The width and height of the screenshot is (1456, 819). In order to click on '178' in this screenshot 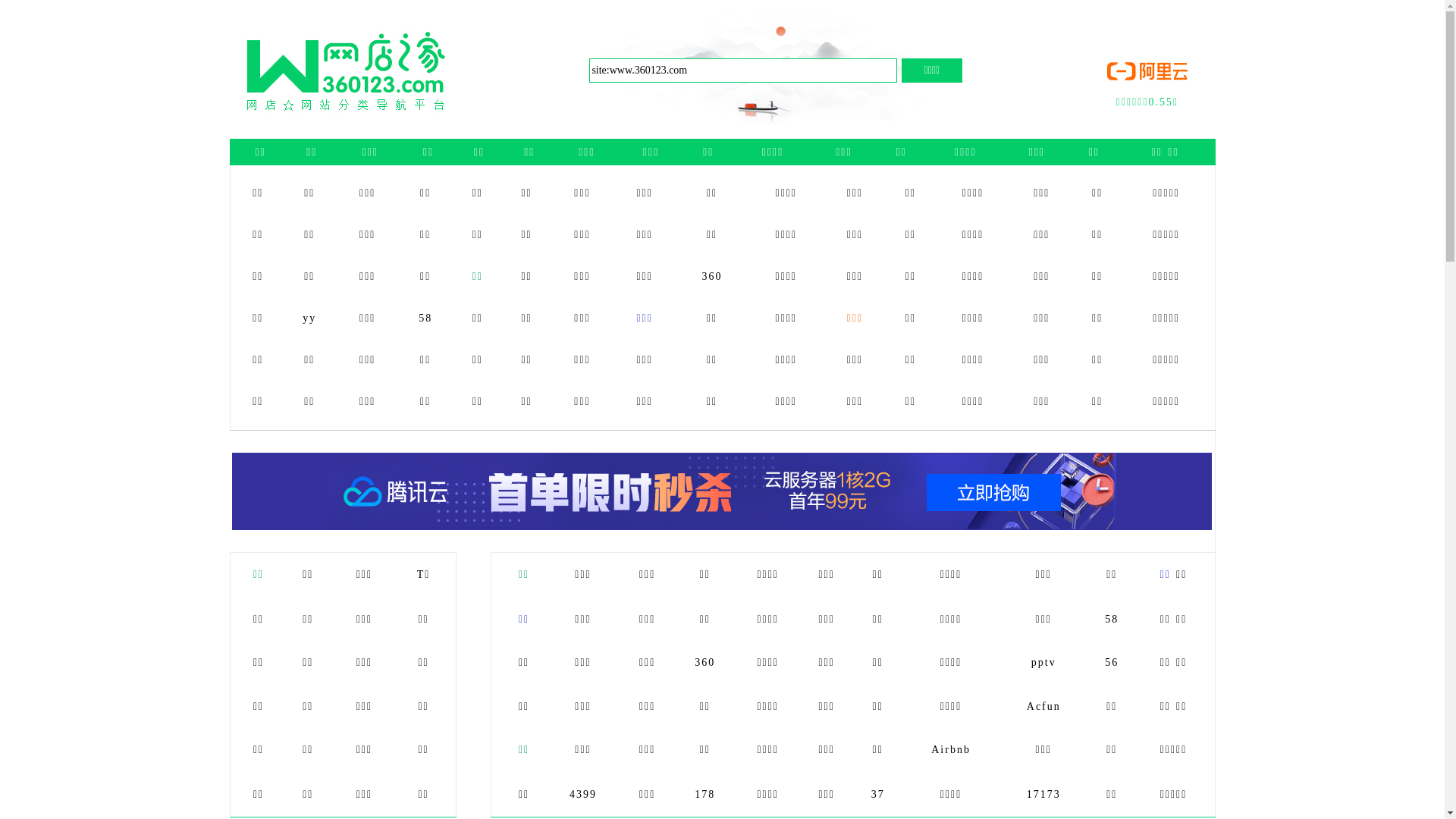, I will do `click(704, 793)`.